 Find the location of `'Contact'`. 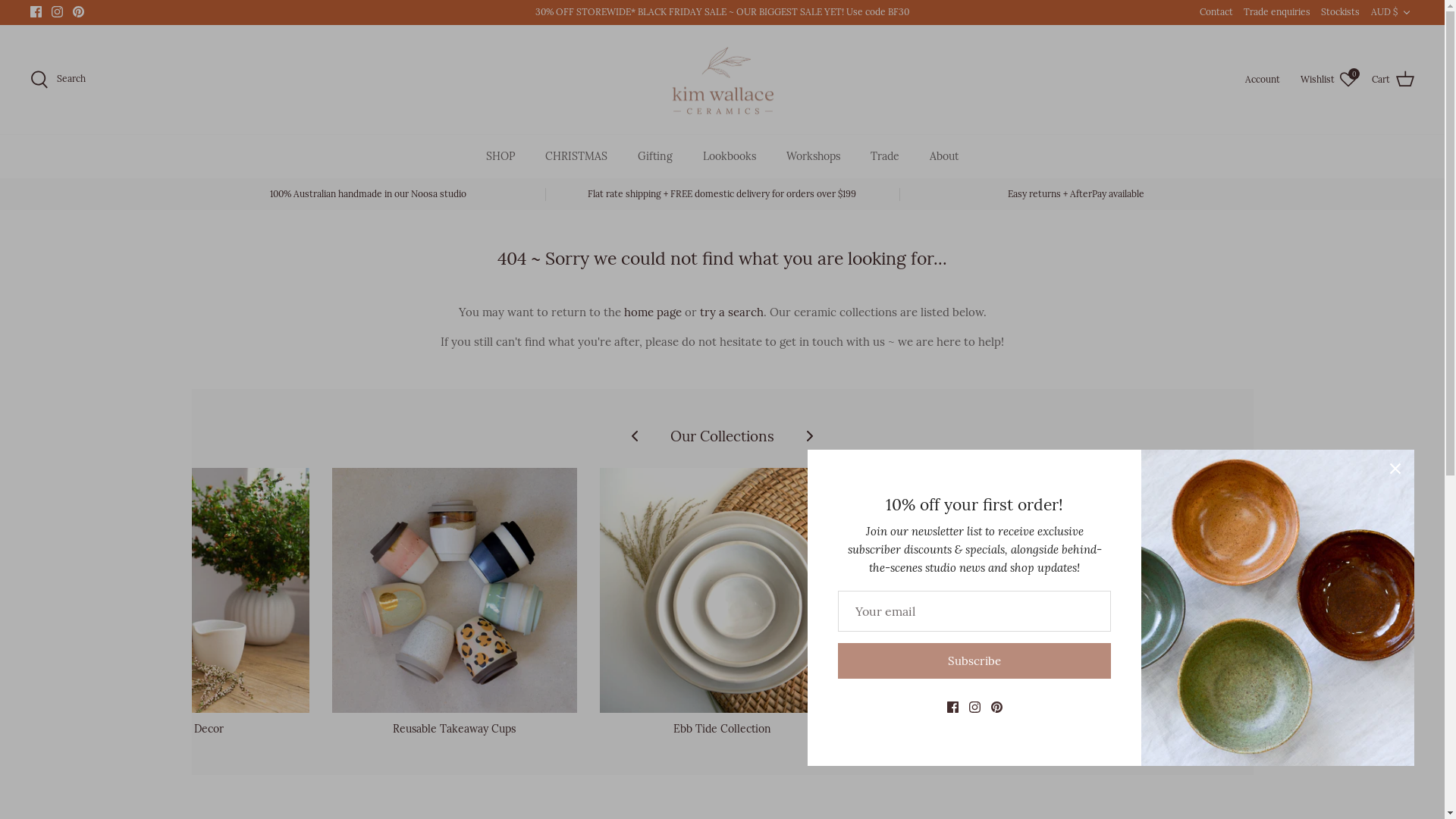

'Contact' is located at coordinates (1216, 12).